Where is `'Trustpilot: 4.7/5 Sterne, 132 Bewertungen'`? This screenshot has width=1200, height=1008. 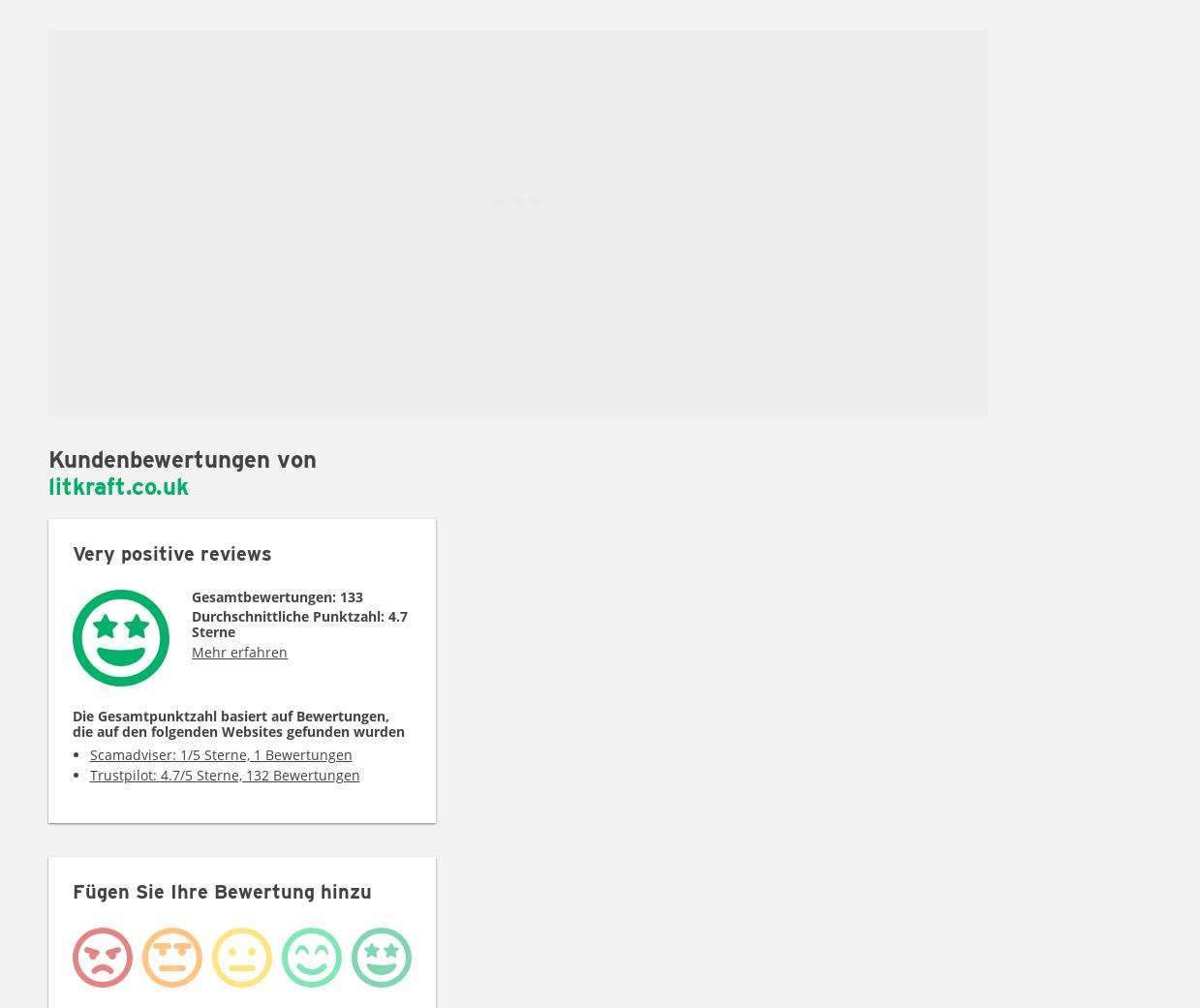
'Trustpilot: 4.7/5 Sterne, 132 Bewertungen' is located at coordinates (223, 774).